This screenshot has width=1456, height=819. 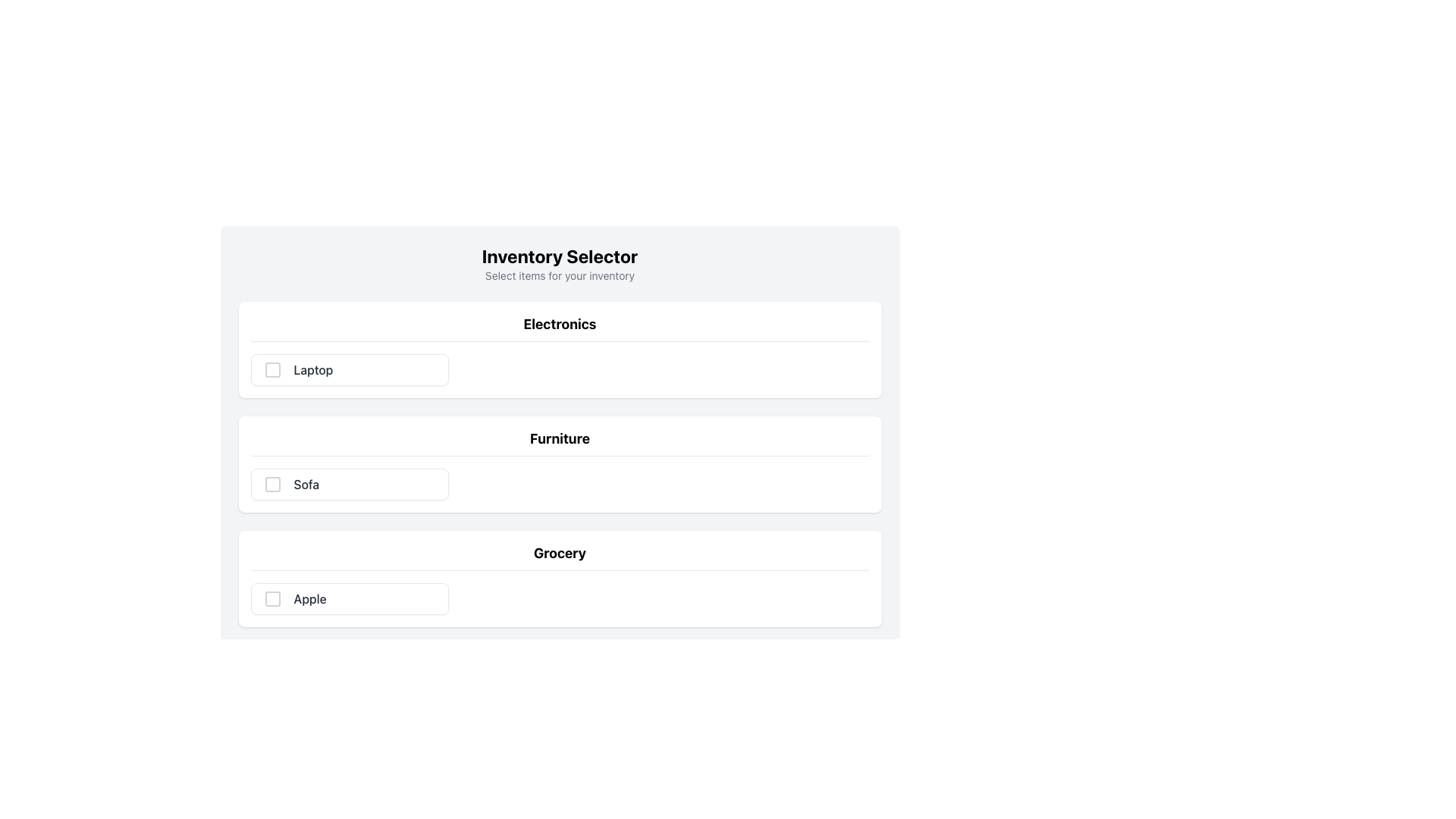 What do you see at coordinates (272, 485) in the screenshot?
I see `square outline icon styled with a light gray color located to the left of the text 'Sofa' in the Furniture category section` at bounding box center [272, 485].